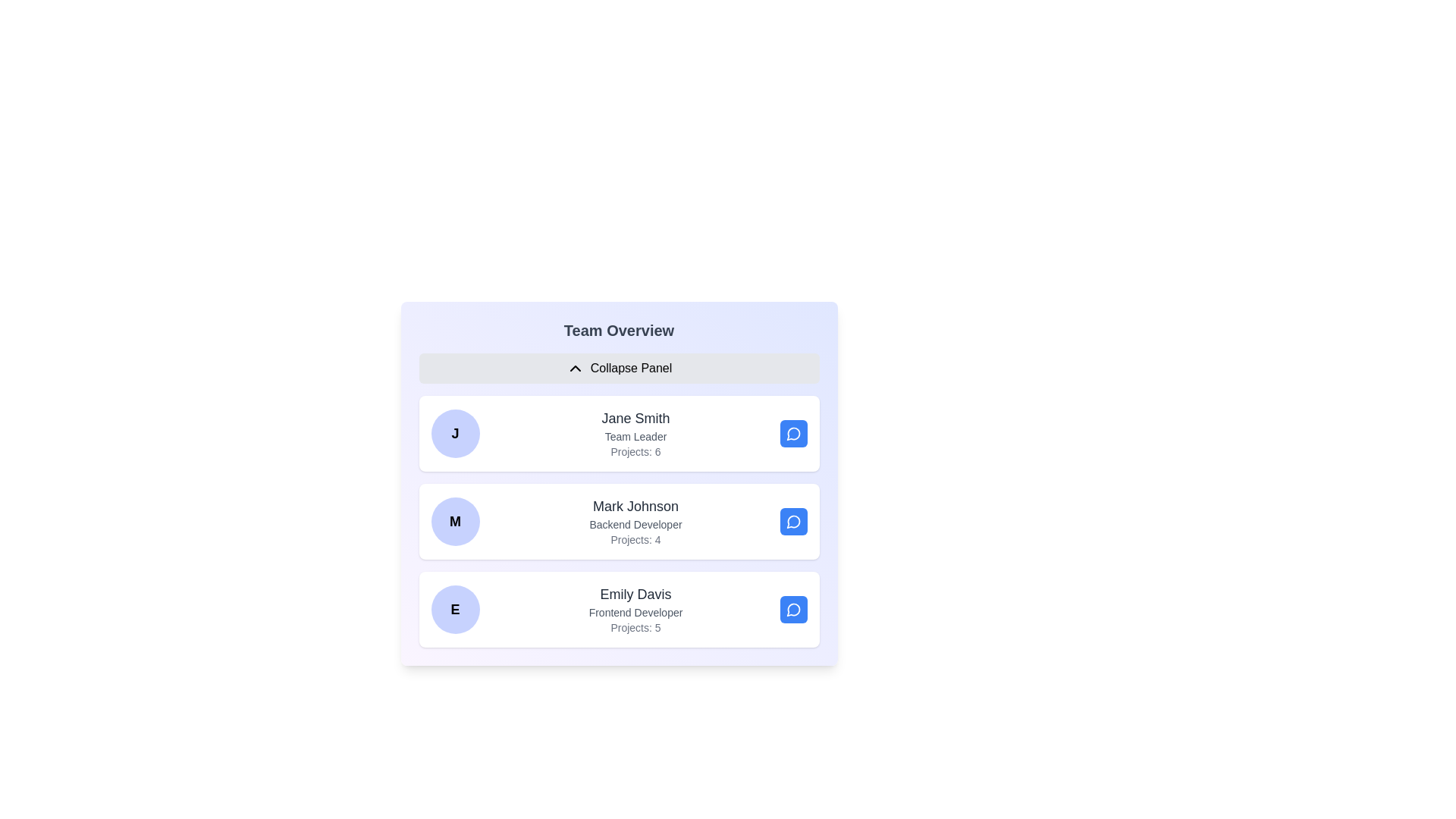 The width and height of the screenshot is (1456, 819). I want to click on the static text label displaying the number of projects ('6') associated with 'Jane Smith', located below the 'Team Leader' designation in the 'Team Overview' section, so click(635, 451).